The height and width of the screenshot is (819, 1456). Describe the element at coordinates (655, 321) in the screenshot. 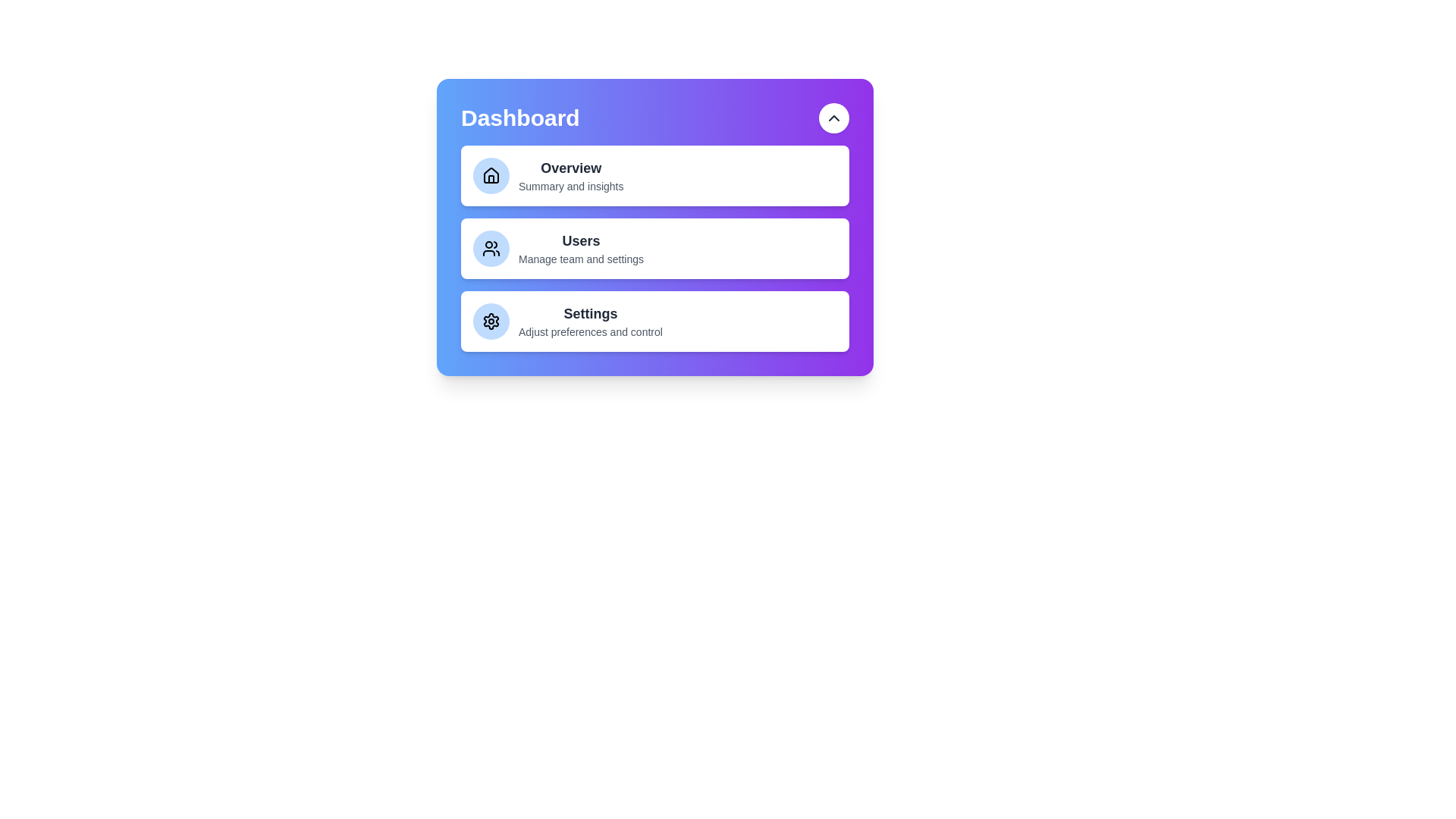

I see `the menu item Settings to select it` at that location.